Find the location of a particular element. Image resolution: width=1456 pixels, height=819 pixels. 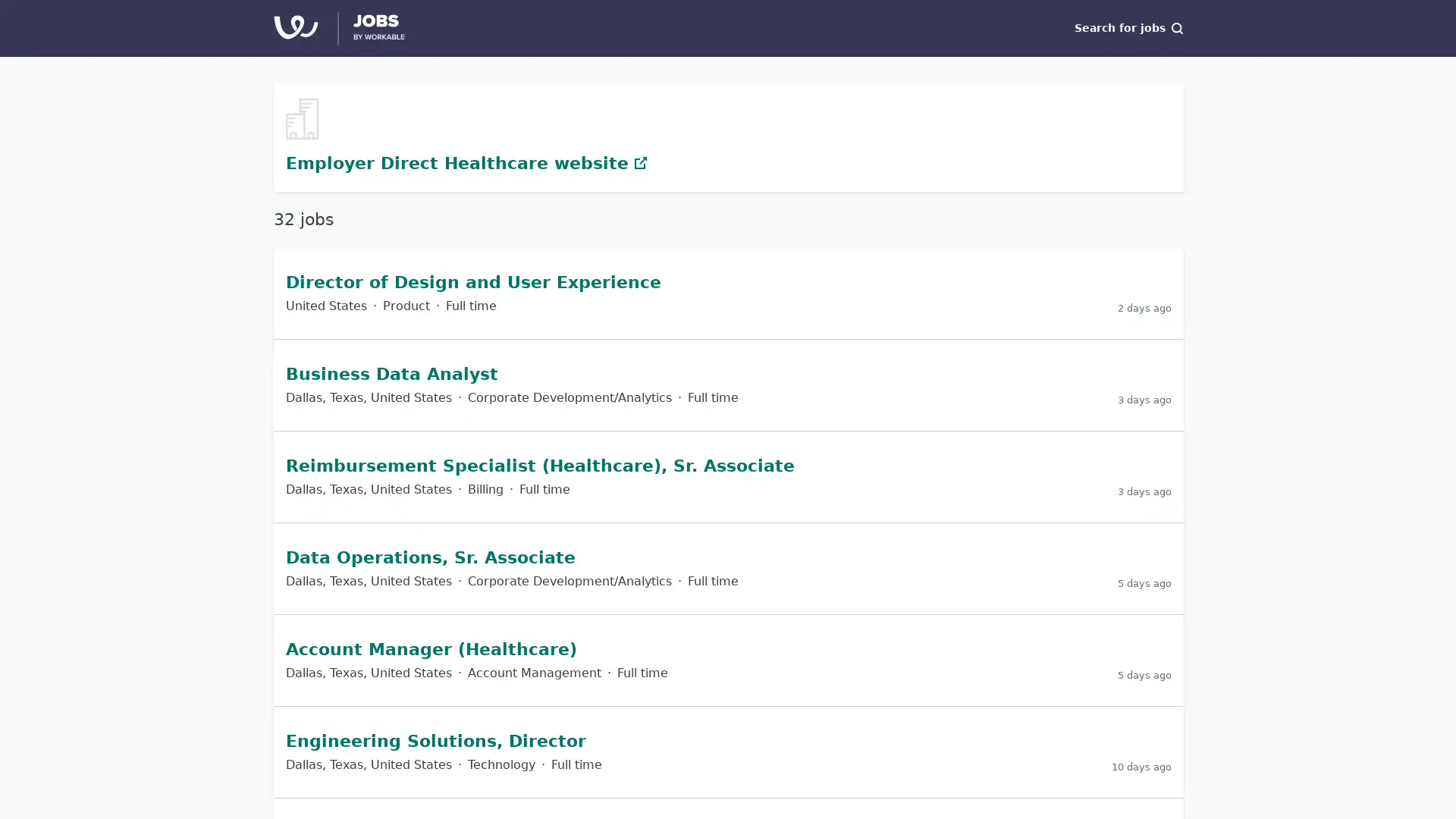

Director of Design and User Experience at Employer Direct Healthcare is located at coordinates (728, 292).